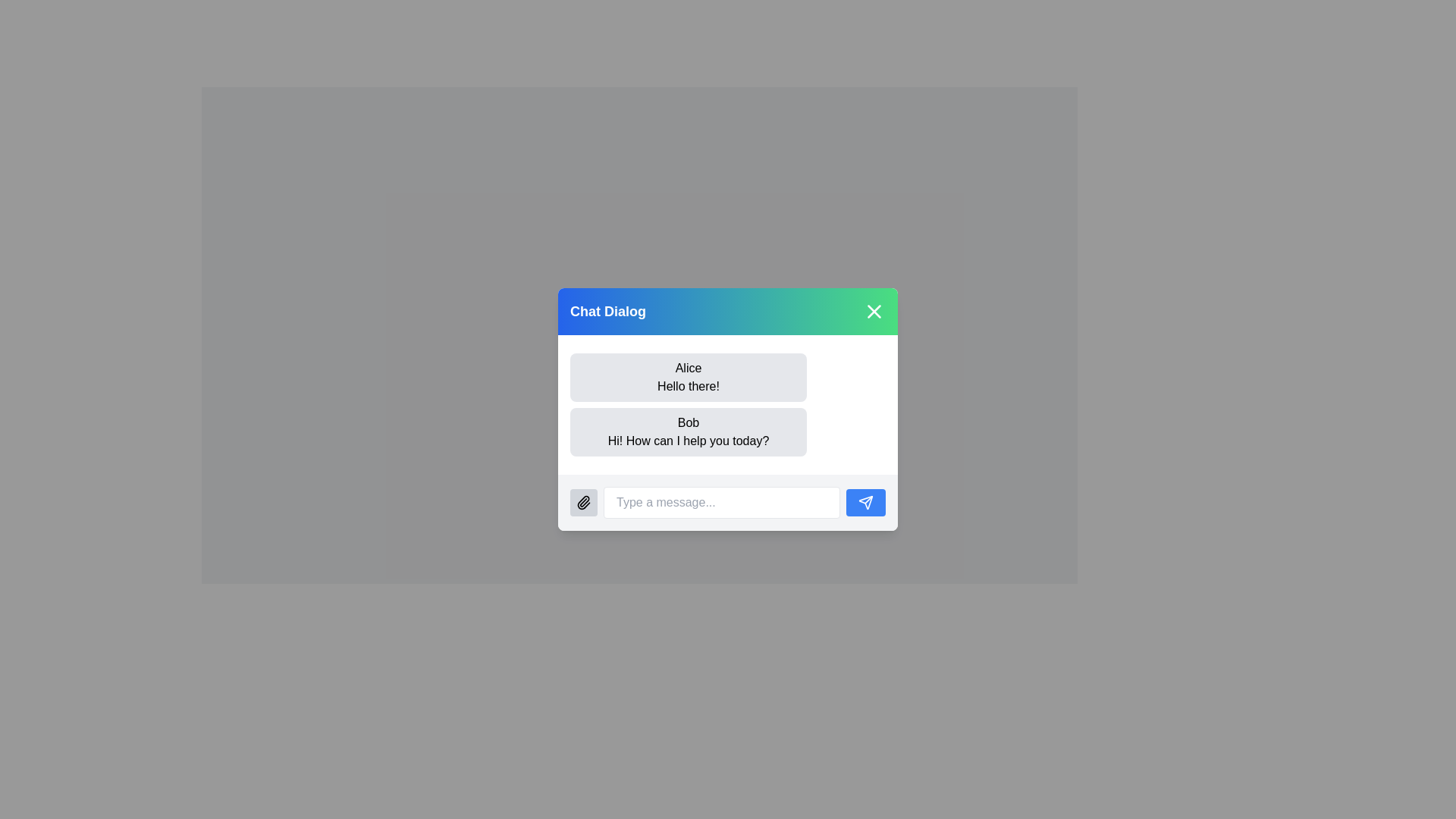 This screenshot has height=819, width=1456. I want to click on the chat message bubble displaying a message from user 'Alice', which is the first message bubble in the chat area of the 'Chat Dialog', so click(687, 376).